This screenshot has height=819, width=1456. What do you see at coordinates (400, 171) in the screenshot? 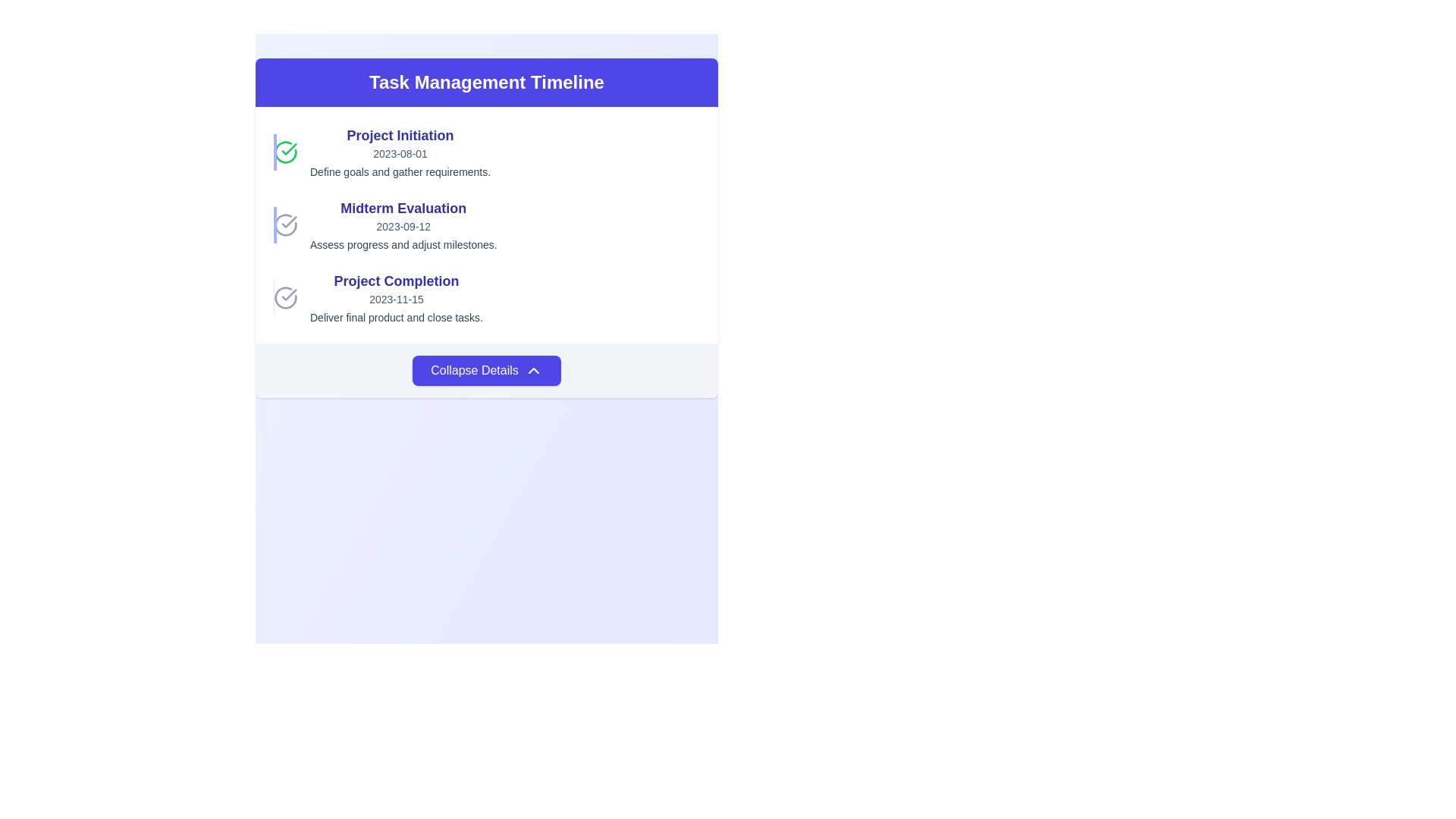
I see `the text snippet that says 'Define goals and gather requirements.' located under the heading 'Project Initiation' and the date '2023-08-01'` at bounding box center [400, 171].